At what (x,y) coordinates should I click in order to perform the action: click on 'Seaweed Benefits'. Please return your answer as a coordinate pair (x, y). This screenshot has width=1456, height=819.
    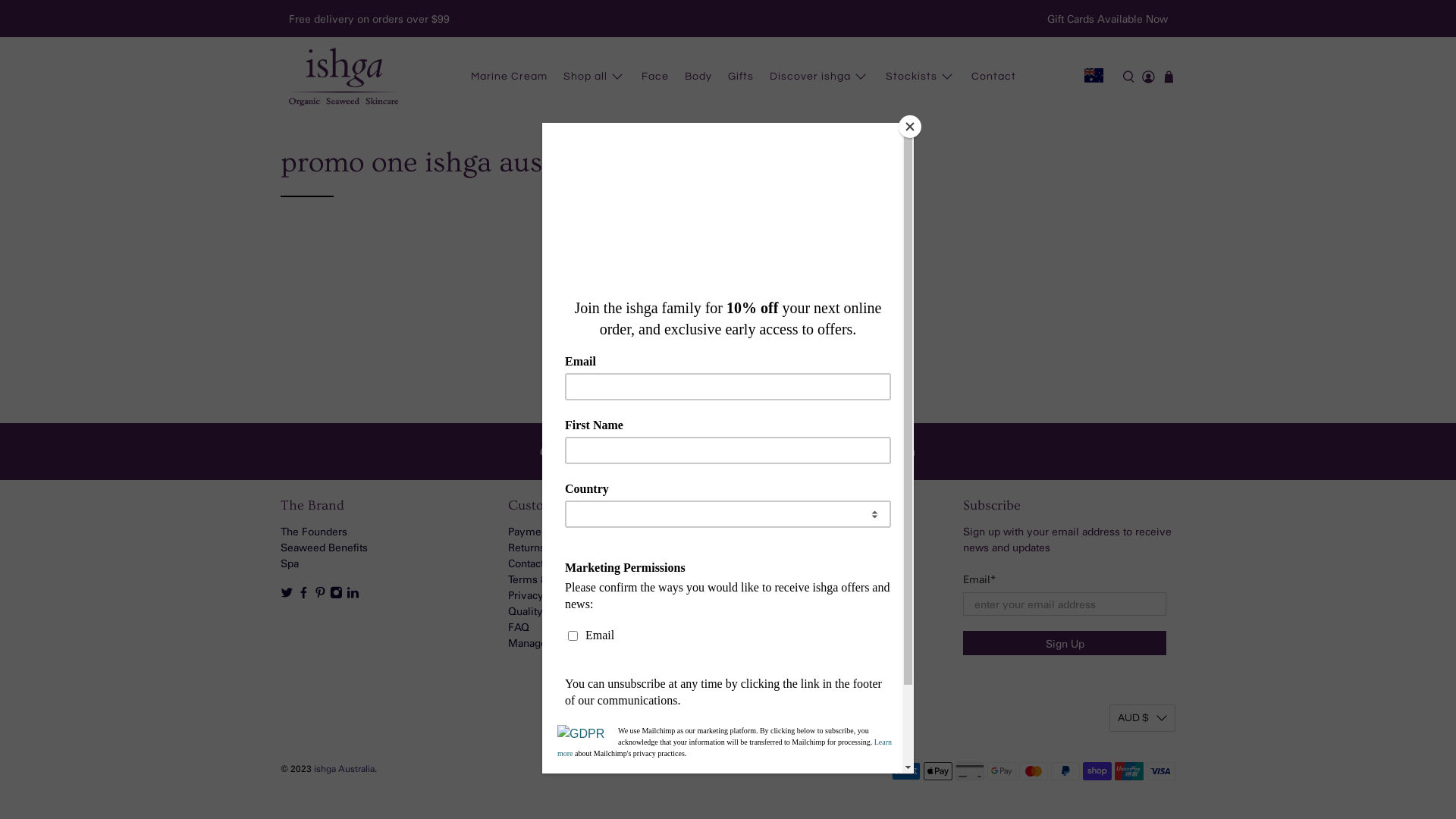
    Looking at the image, I should click on (323, 547).